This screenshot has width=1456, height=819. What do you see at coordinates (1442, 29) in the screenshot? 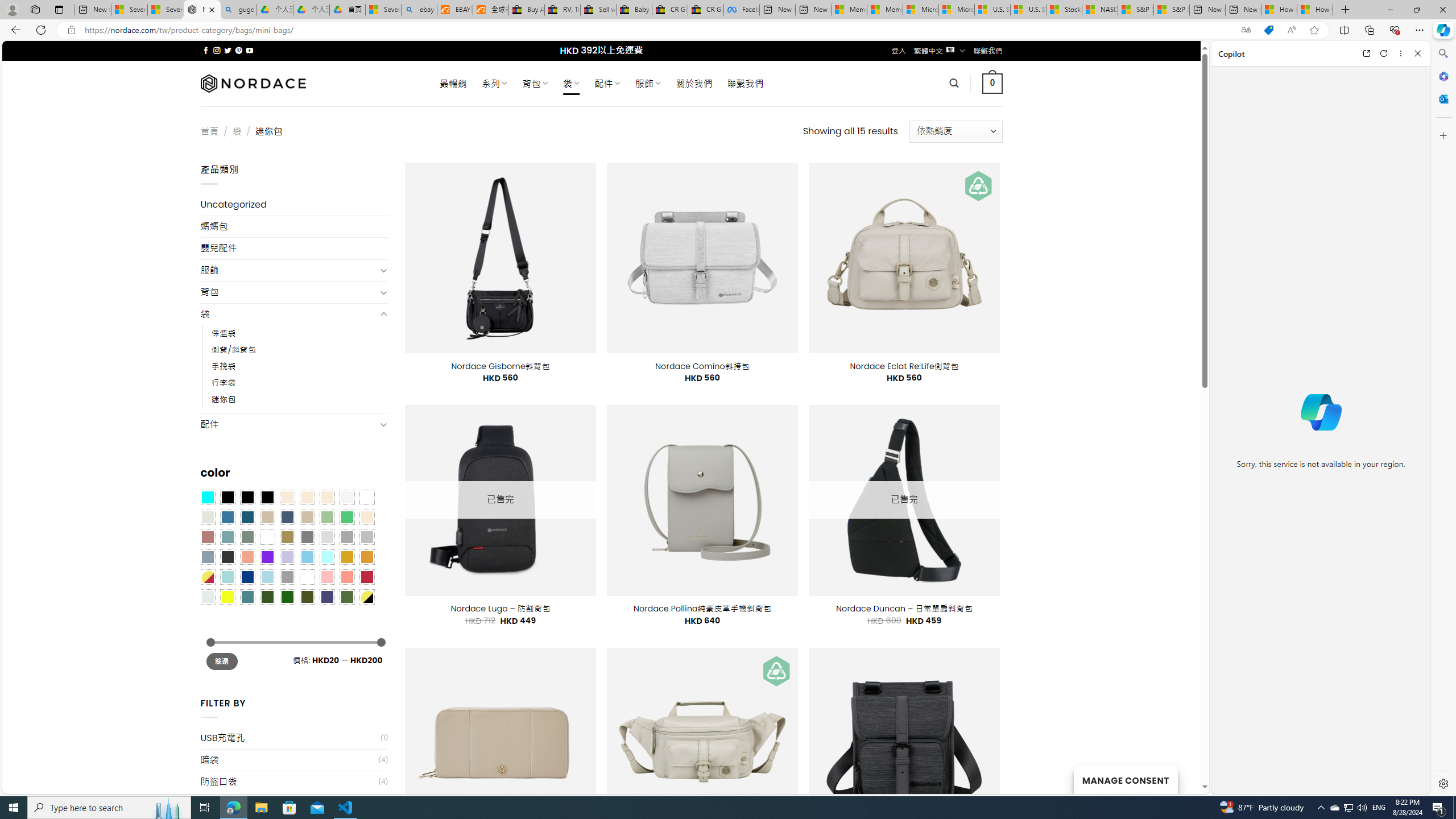
I see `'Copilot (Ctrl+Shift+.)'` at bounding box center [1442, 29].